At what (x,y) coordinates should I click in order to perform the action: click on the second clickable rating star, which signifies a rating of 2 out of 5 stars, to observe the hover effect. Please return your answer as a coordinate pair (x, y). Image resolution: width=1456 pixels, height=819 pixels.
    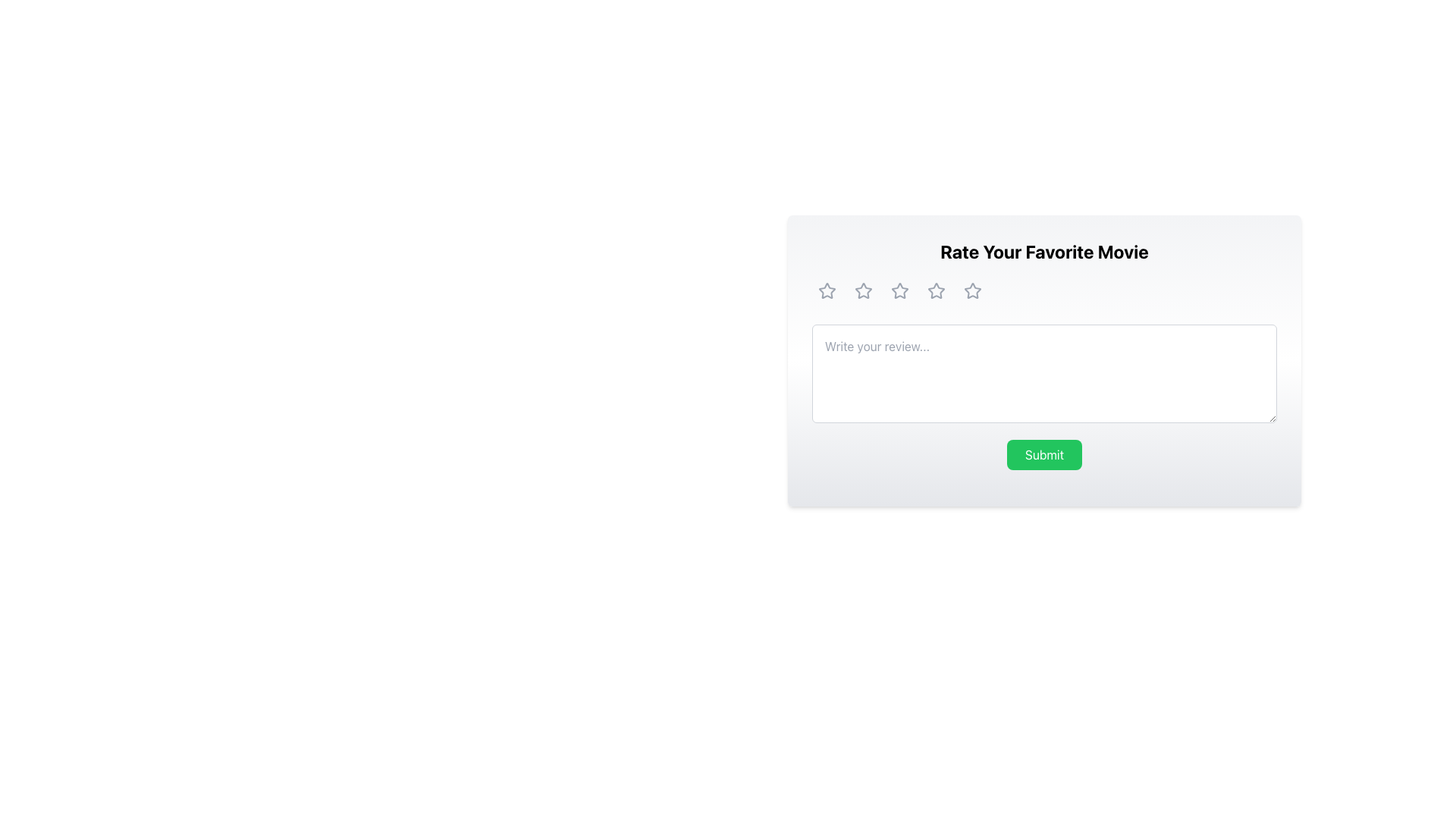
    Looking at the image, I should click on (863, 291).